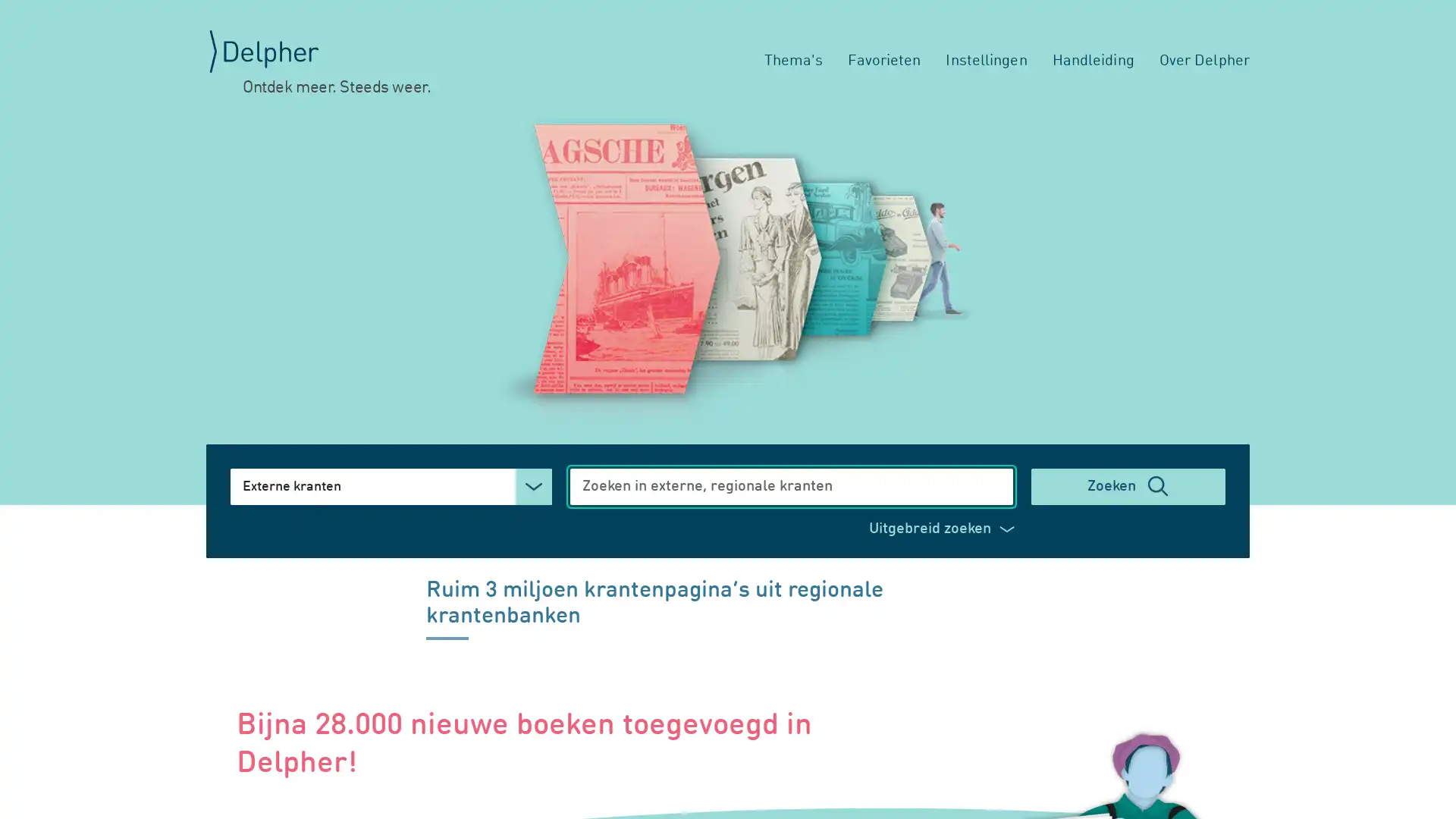 The image size is (1456, 819). I want to click on Zoeken, so click(1128, 486).